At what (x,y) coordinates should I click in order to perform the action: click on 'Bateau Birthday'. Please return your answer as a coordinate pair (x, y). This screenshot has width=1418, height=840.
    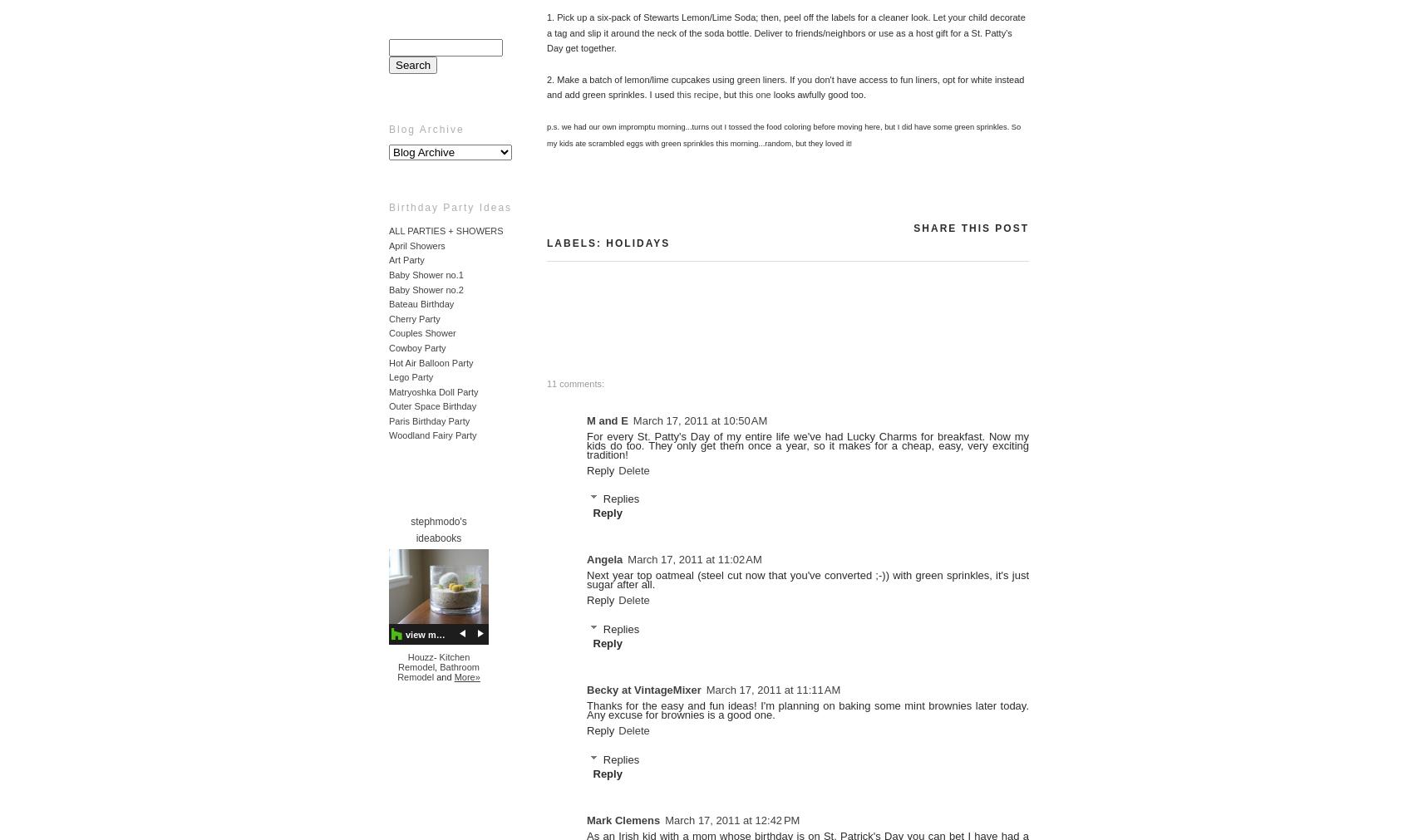
    Looking at the image, I should click on (421, 302).